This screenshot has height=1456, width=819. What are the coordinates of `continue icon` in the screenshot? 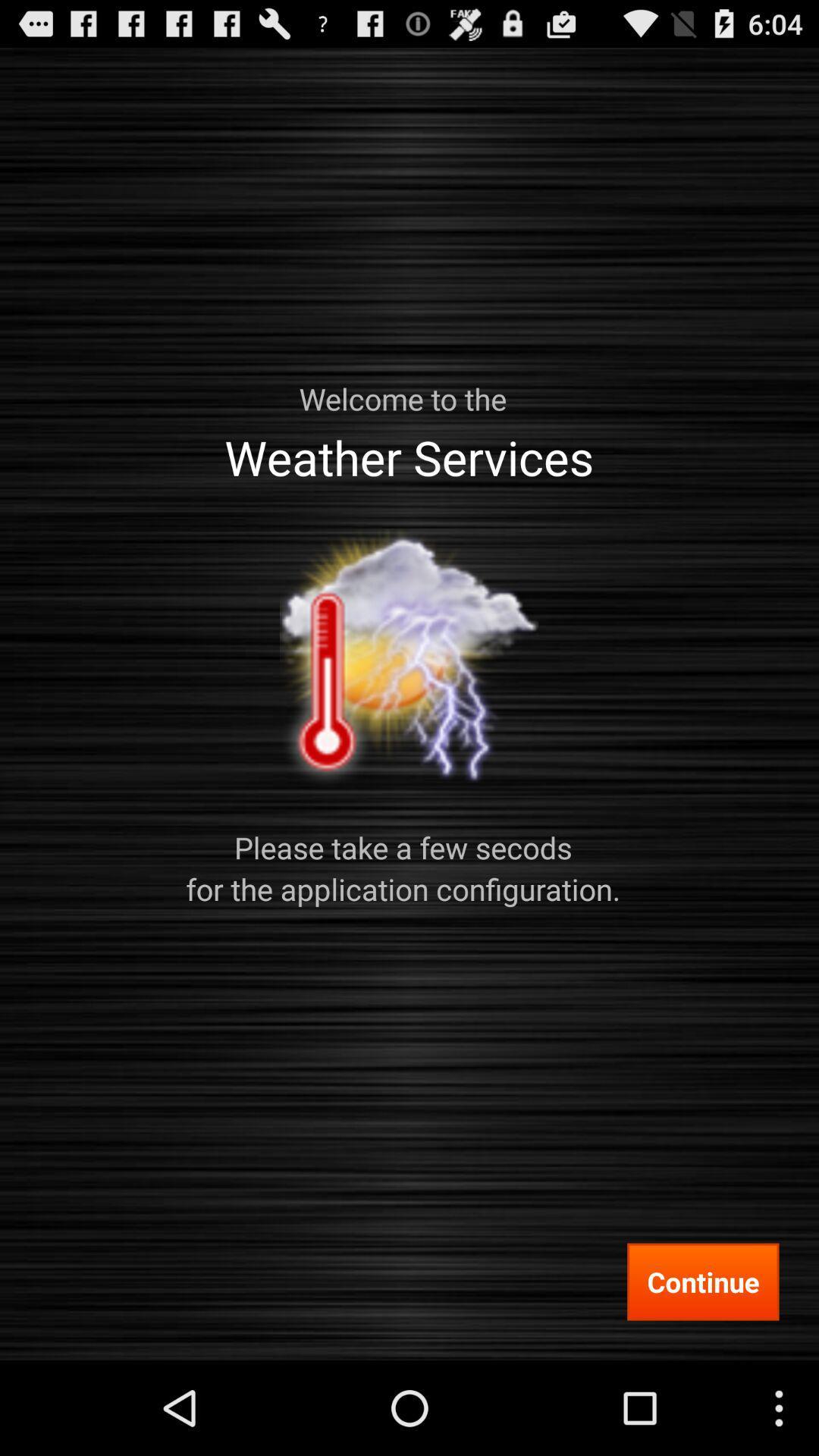 It's located at (703, 1281).